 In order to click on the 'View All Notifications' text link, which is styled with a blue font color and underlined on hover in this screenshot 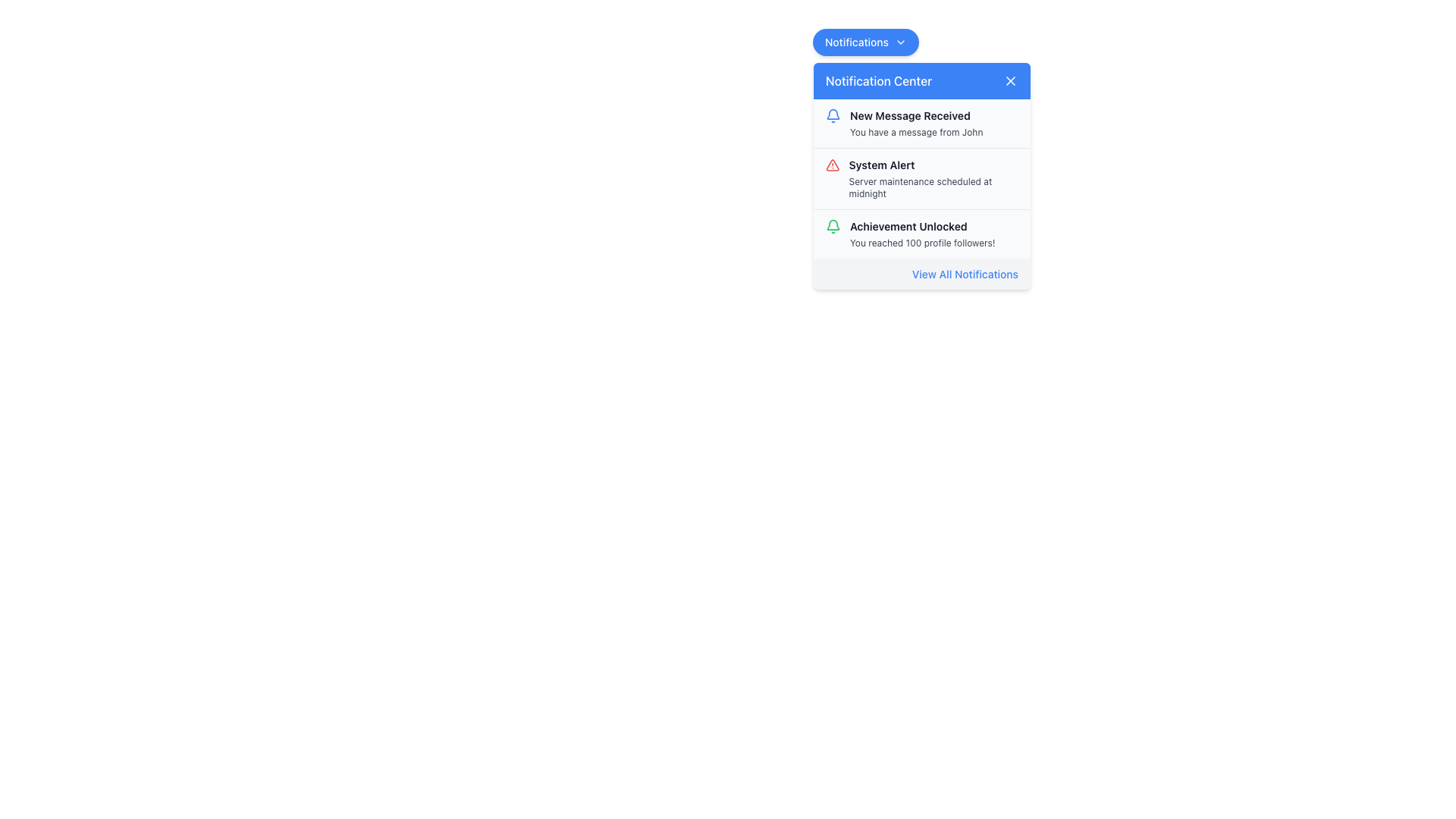, I will do `click(964, 275)`.